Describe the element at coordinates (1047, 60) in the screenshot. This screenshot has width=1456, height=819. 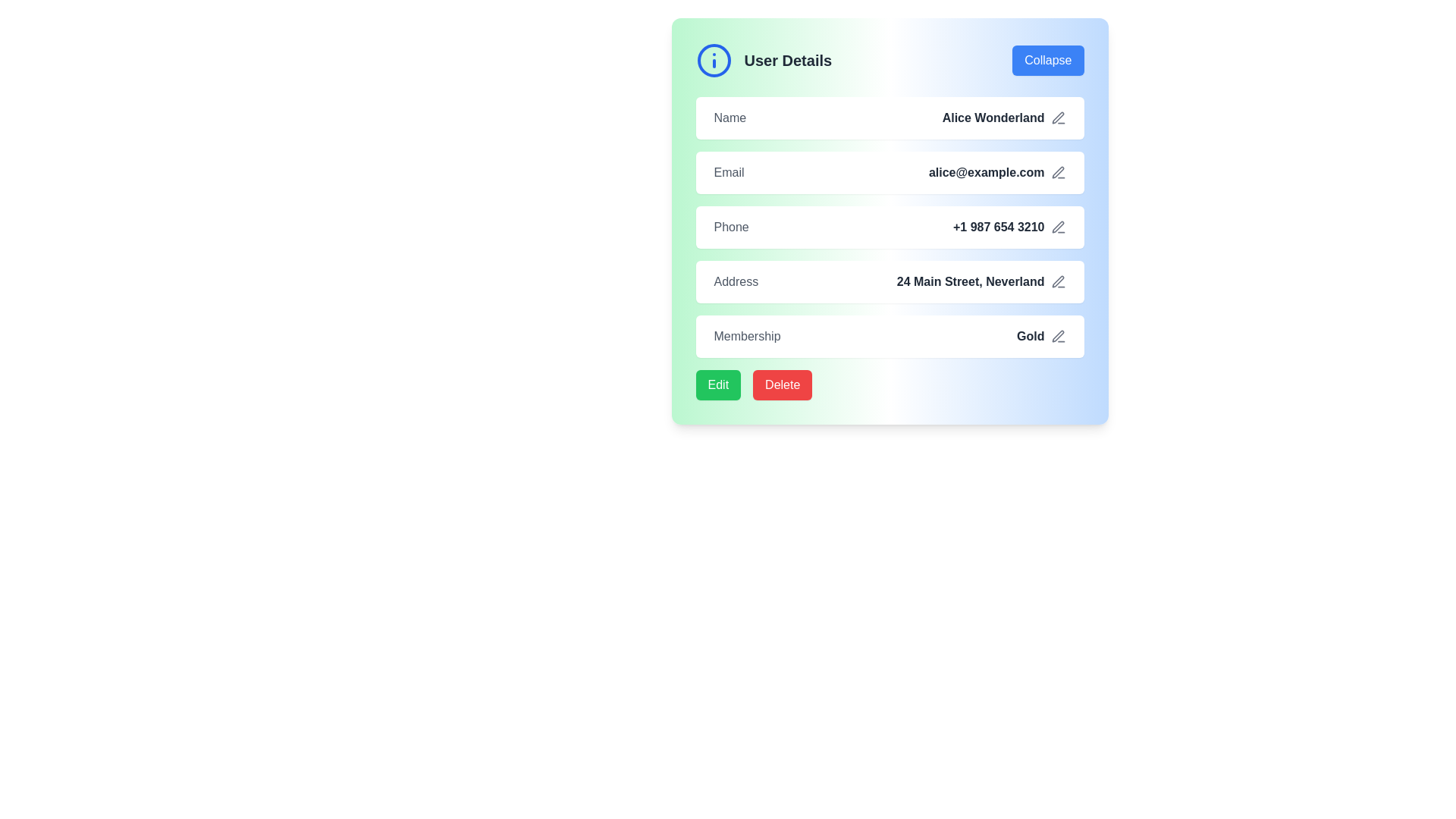
I see `the blue 'Collapse' button with rounded corners in the top-right corner of the 'User Details' panel` at that location.